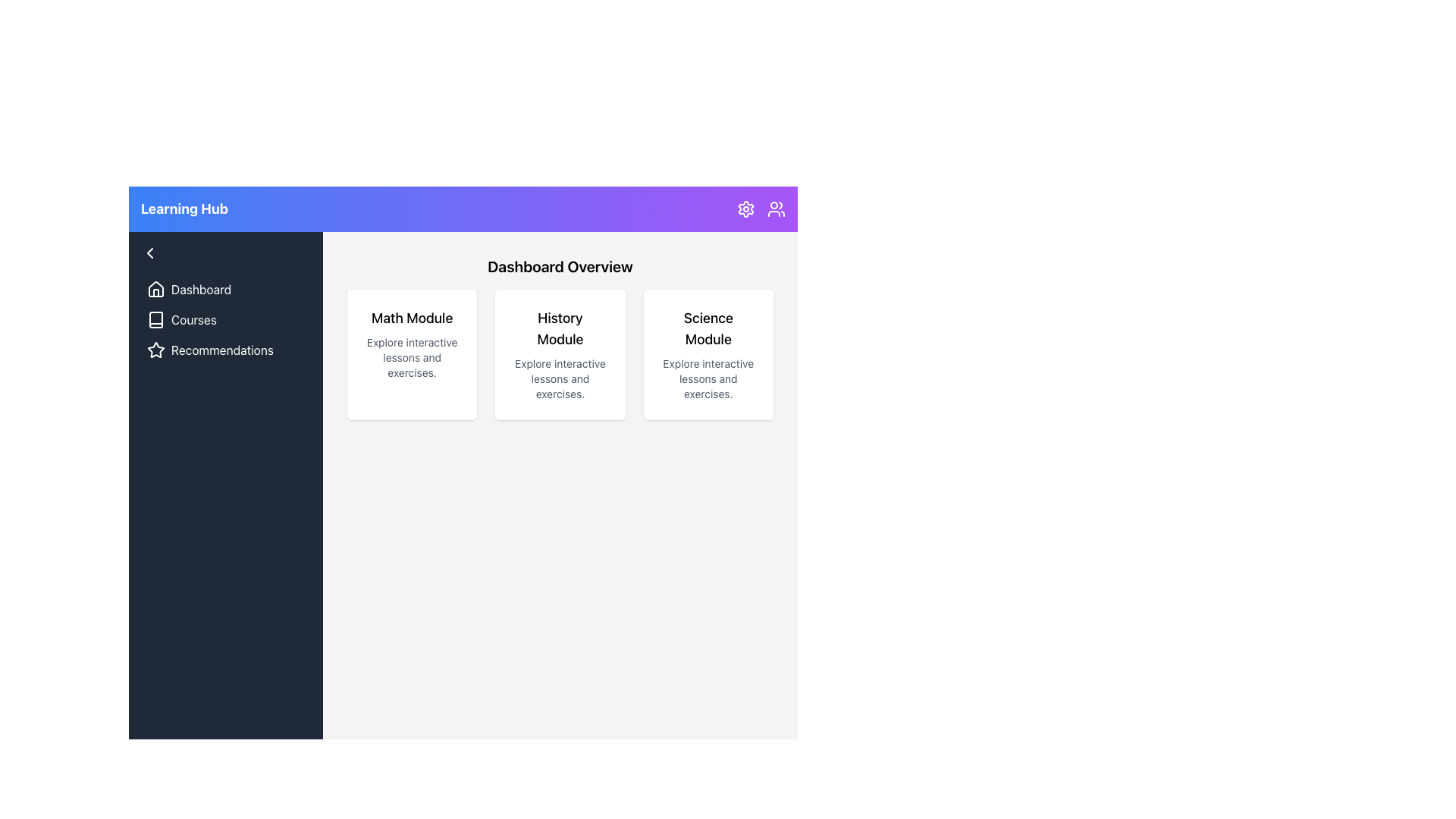 The image size is (1456, 819). I want to click on the 'Recommendations' navigation menu item, which features a star icon on the left and is the third item in the vertical navigation list, so click(224, 350).